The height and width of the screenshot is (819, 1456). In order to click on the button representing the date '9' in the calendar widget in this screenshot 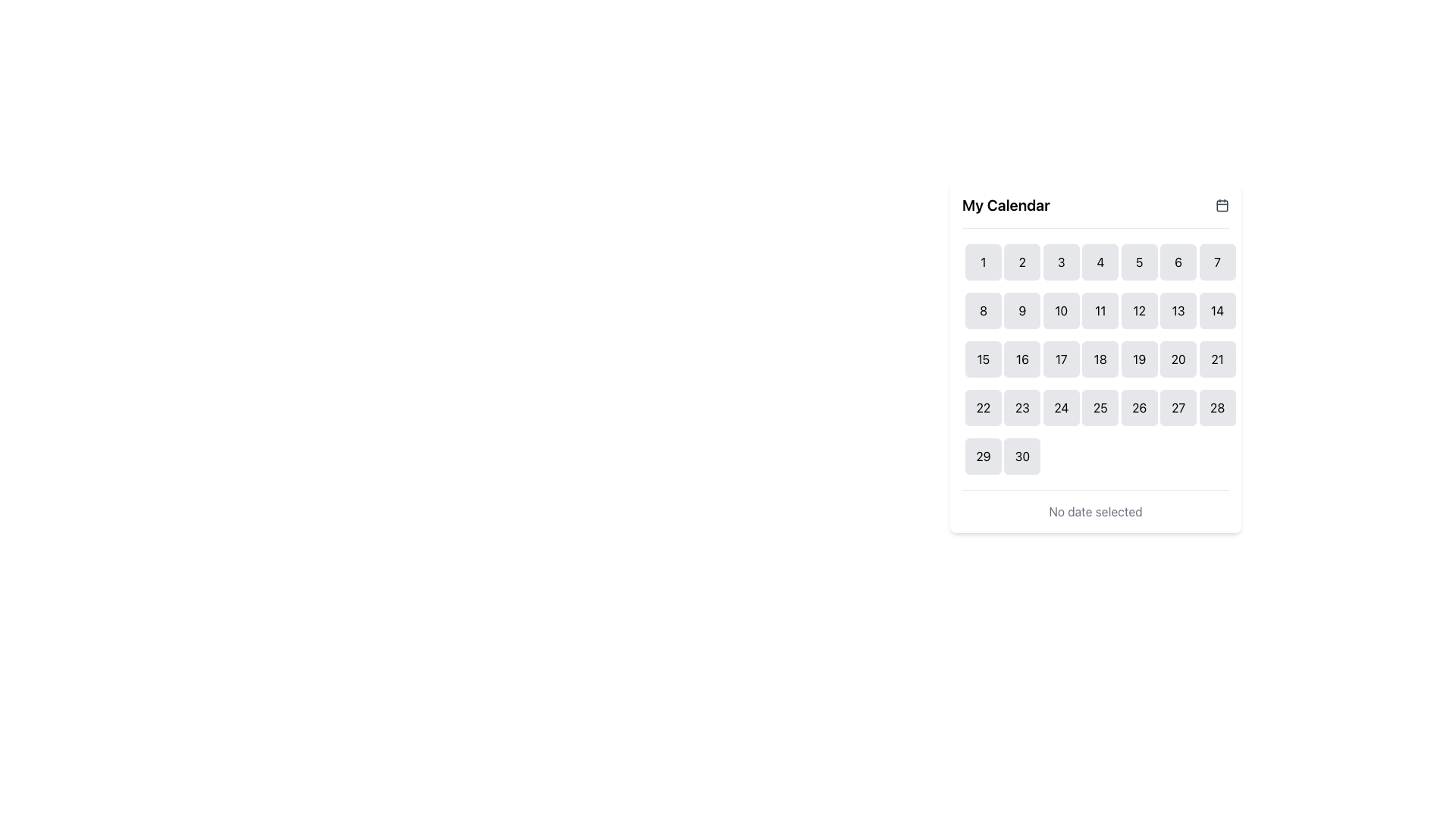, I will do `click(1022, 309)`.